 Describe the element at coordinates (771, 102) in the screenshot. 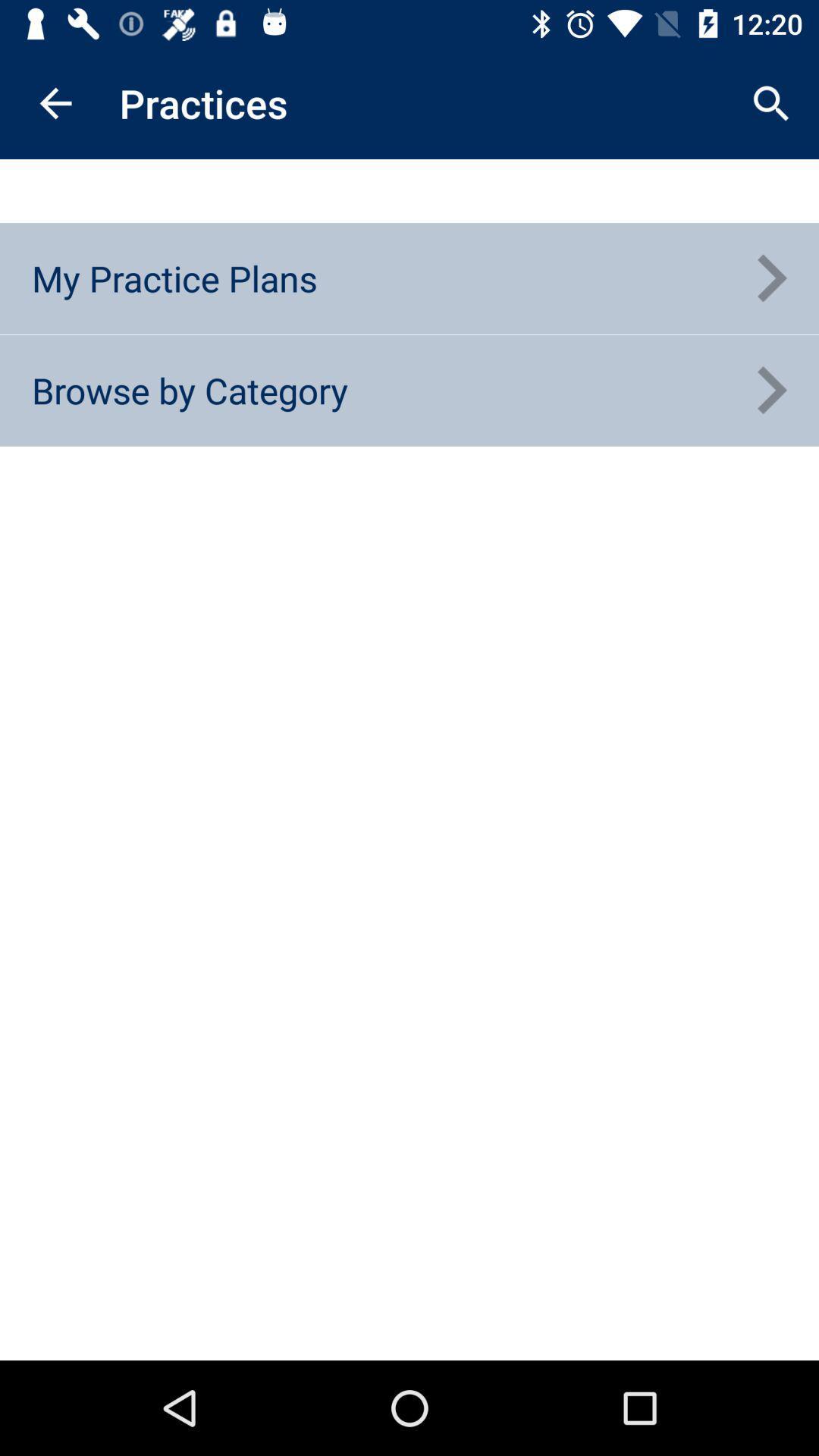

I see `app next to practices icon` at that location.